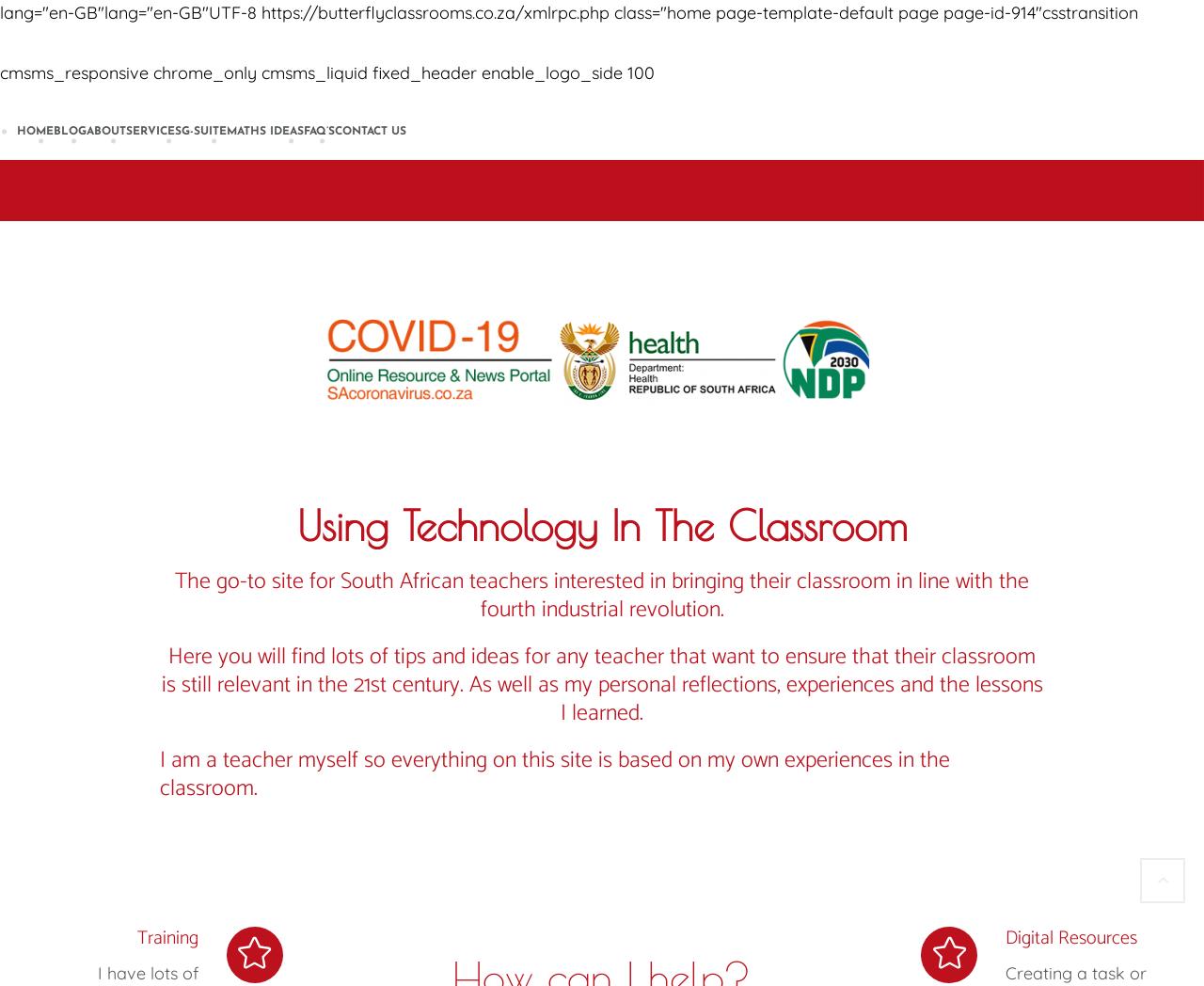 This screenshot has width=1204, height=986. What do you see at coordinates (153, 132) in the screenshot?
I see `'Services'` at bounding box center [153, 132].